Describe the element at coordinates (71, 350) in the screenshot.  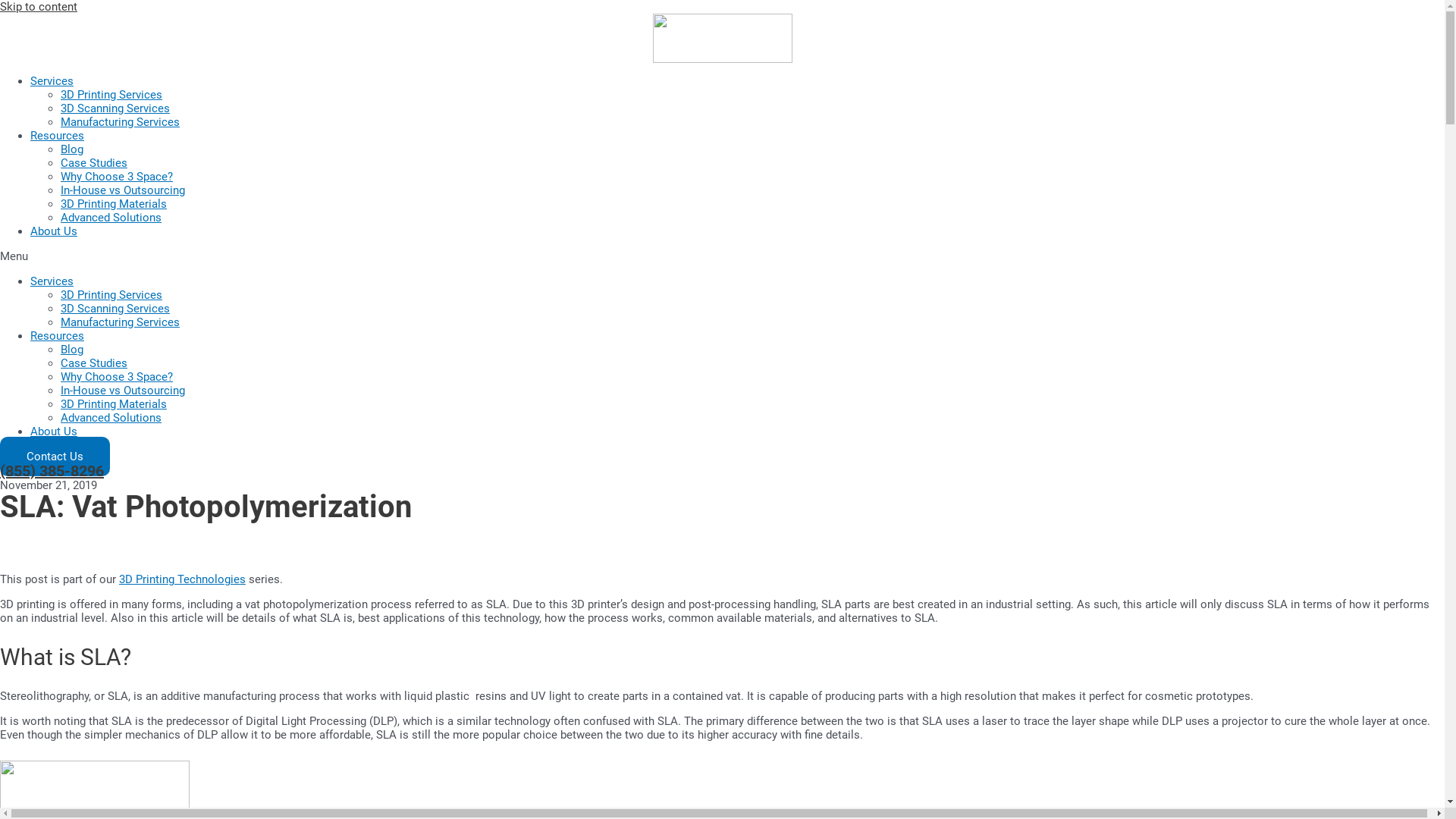
I see `'Blog'` at that location.